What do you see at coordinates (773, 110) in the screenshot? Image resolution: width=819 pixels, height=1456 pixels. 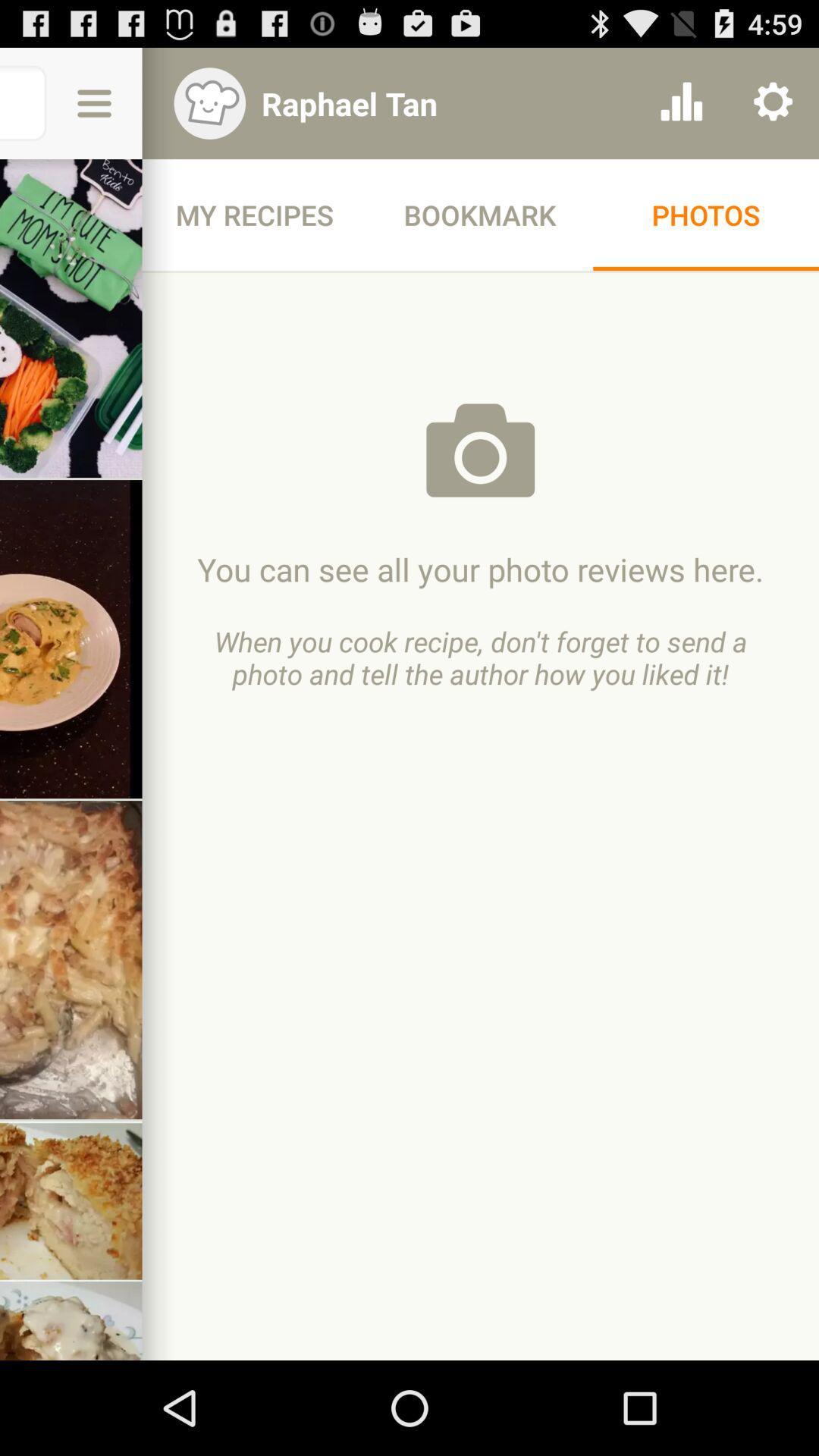 I see `the settings icon` at bounding box center [773, 110].